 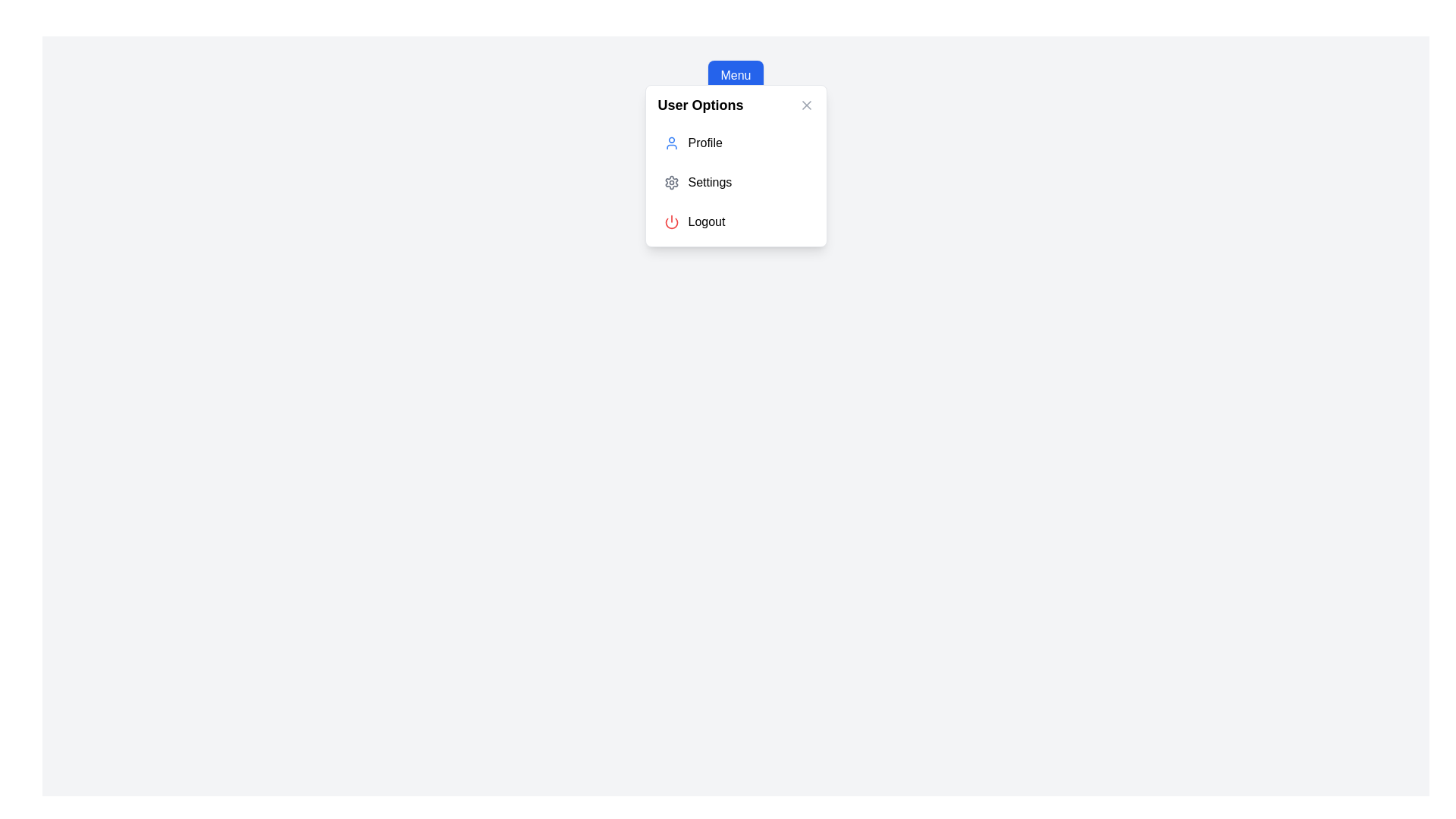 I want to click on the close button located in the top-right corner of the 'User Options' modal, so click(x=805, y=104).